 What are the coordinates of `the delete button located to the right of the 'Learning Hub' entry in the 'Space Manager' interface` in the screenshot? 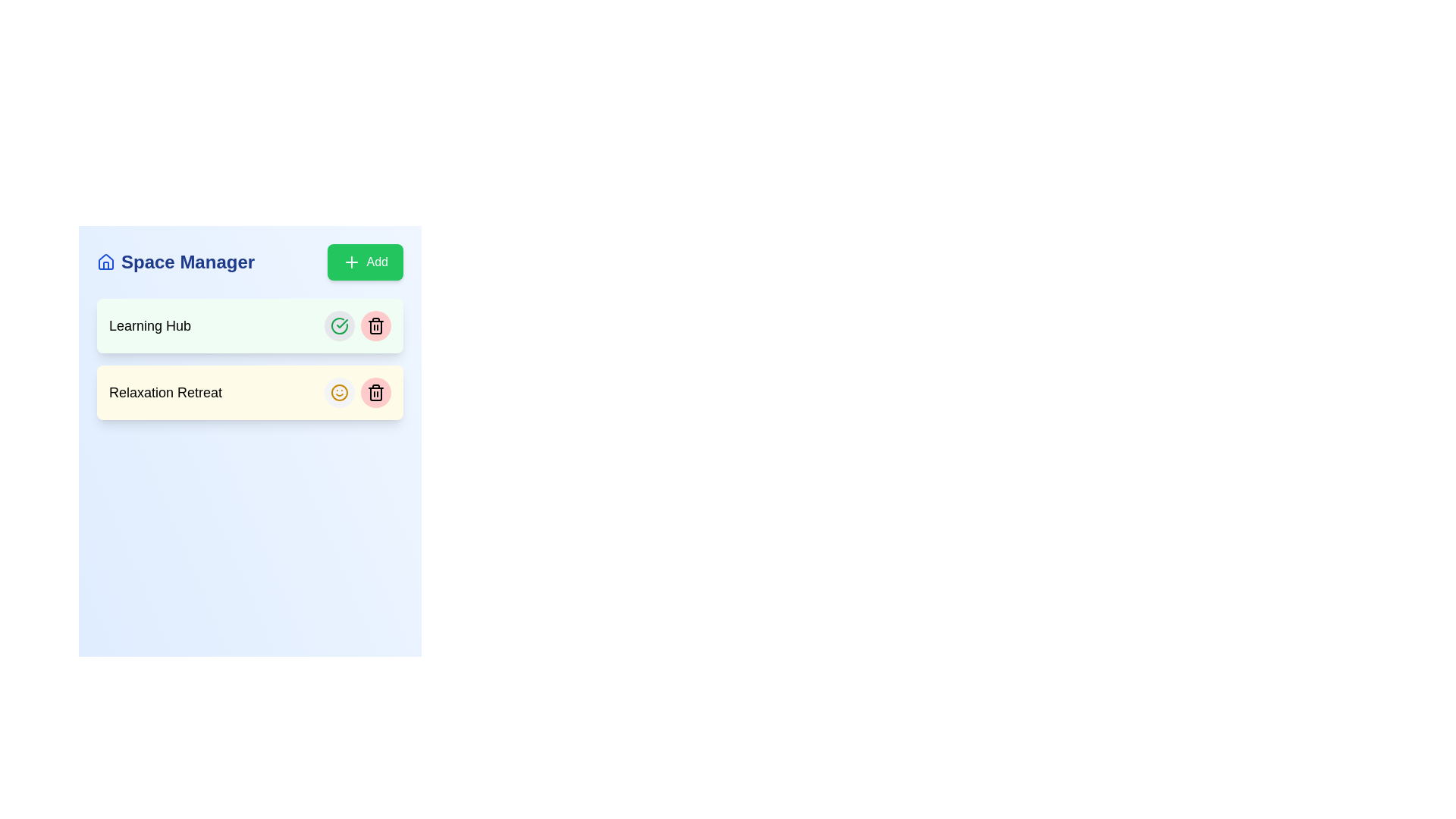 It's located at (375, 325).